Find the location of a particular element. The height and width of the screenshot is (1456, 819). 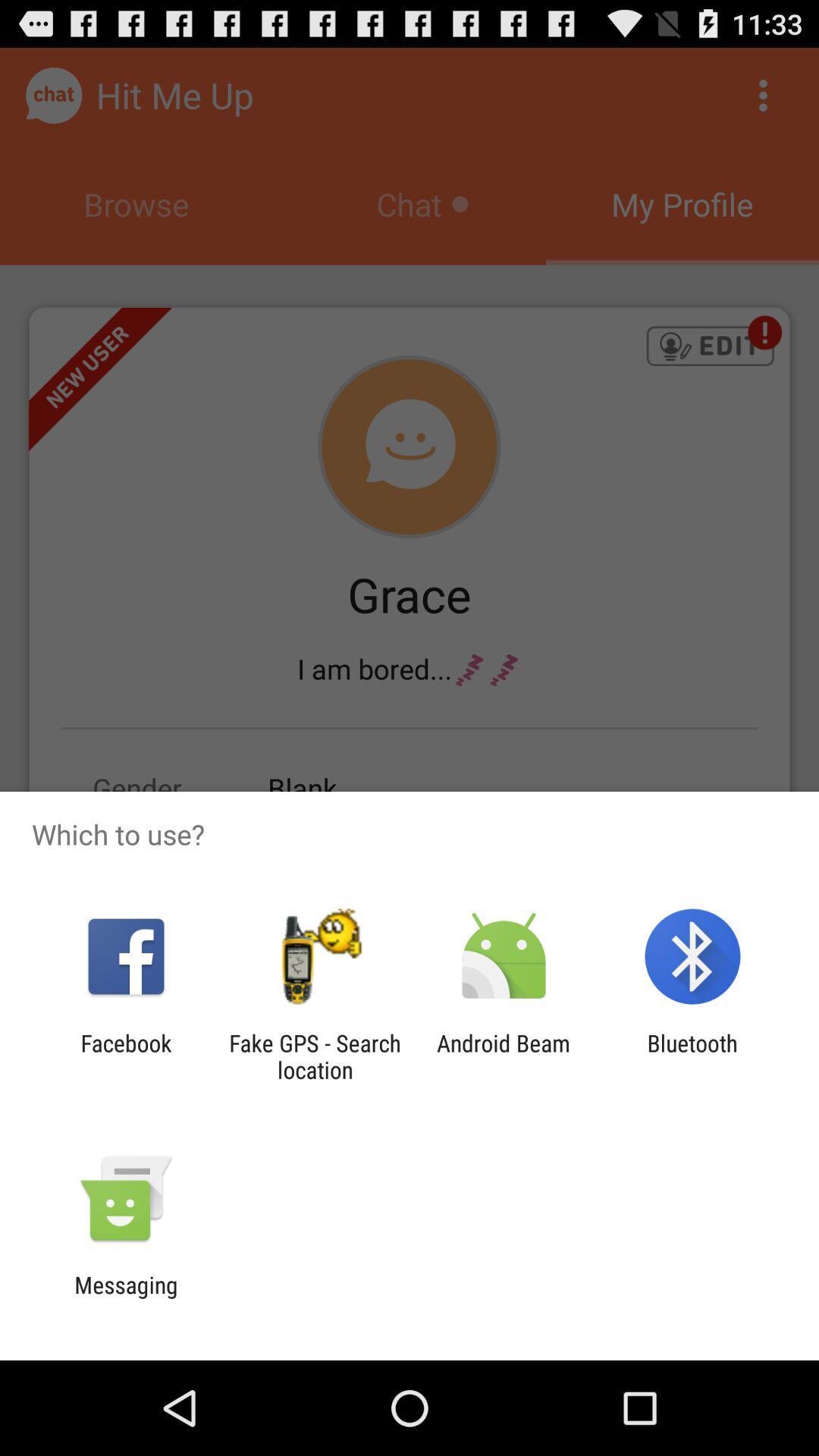

the bluetooth icon is located at coordinates (692, 1056).